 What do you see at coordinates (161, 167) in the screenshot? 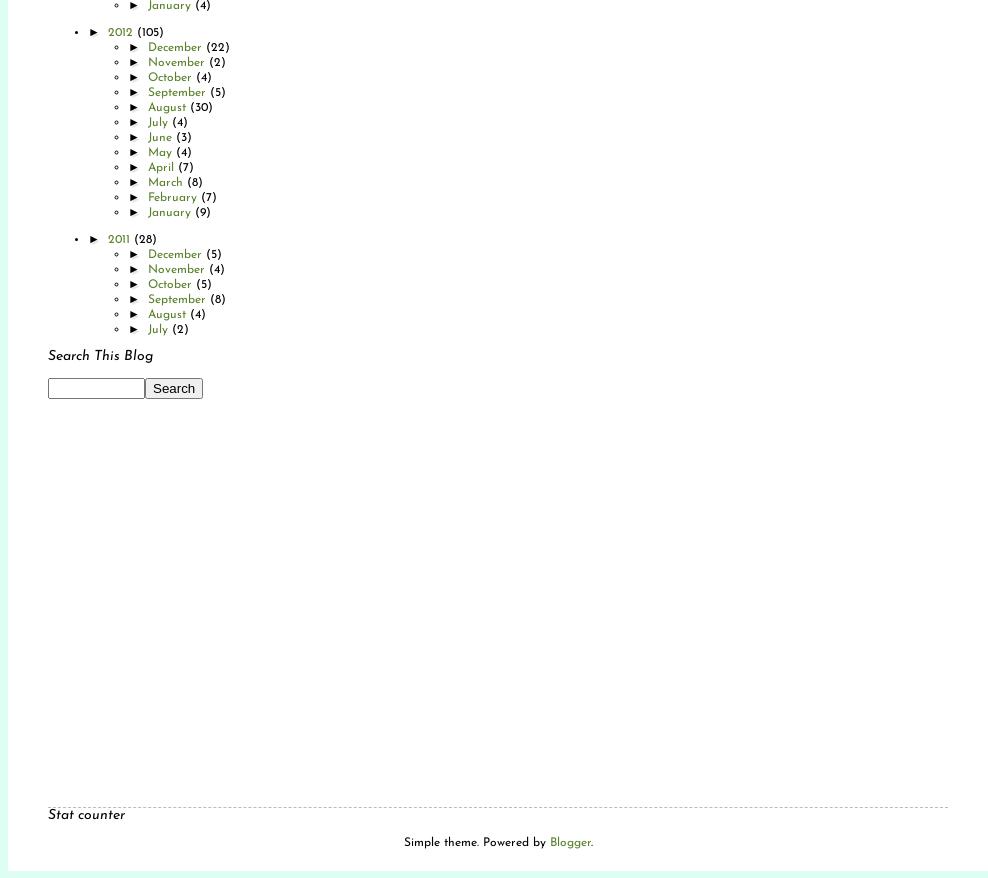
I see `'April'` at bounding box center [161, 167].